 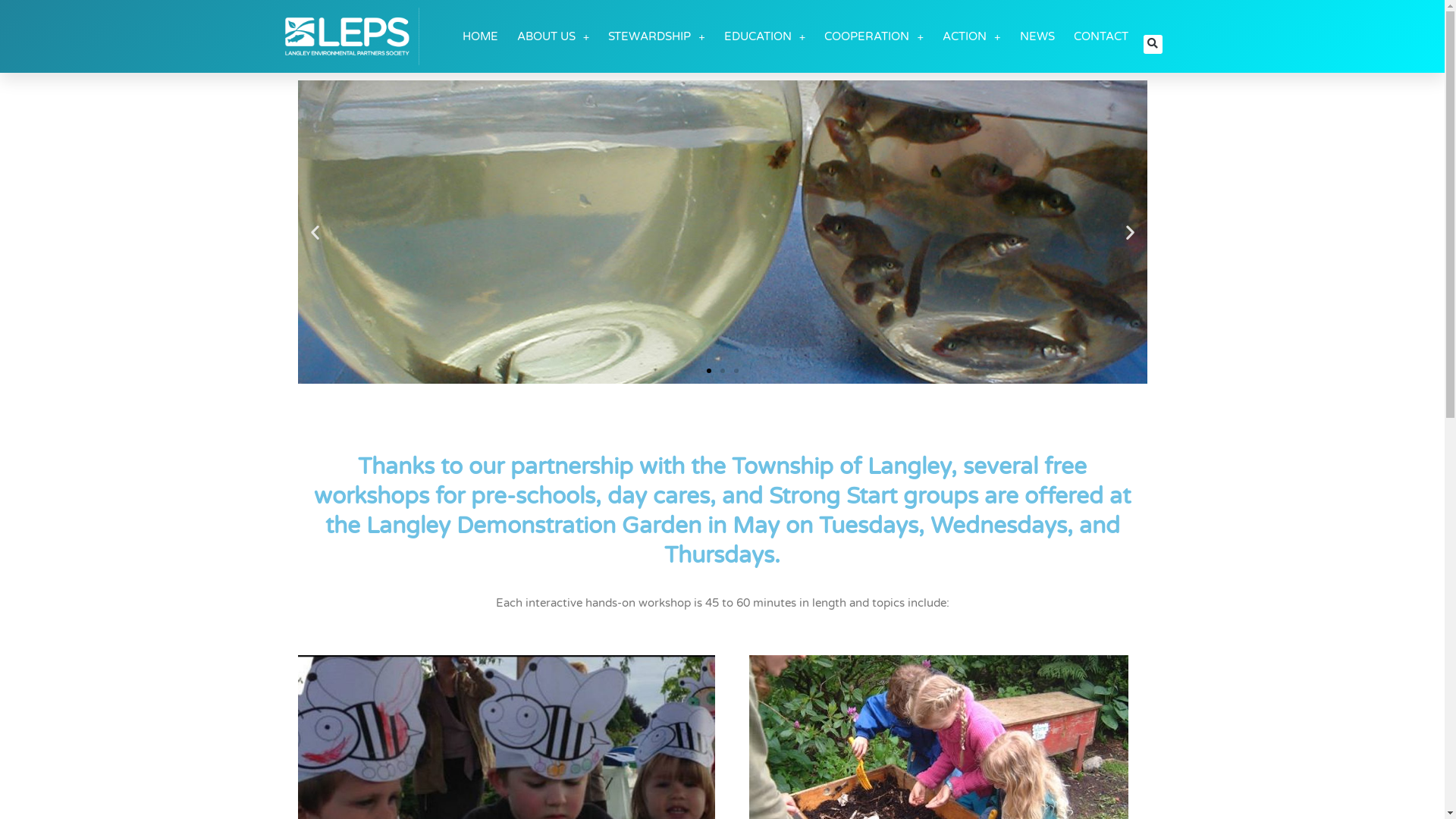 What do you see at coordinates (1101, 35) in the screenshot?
I see `'CONTACT'` at bounding box center [1101, 35].